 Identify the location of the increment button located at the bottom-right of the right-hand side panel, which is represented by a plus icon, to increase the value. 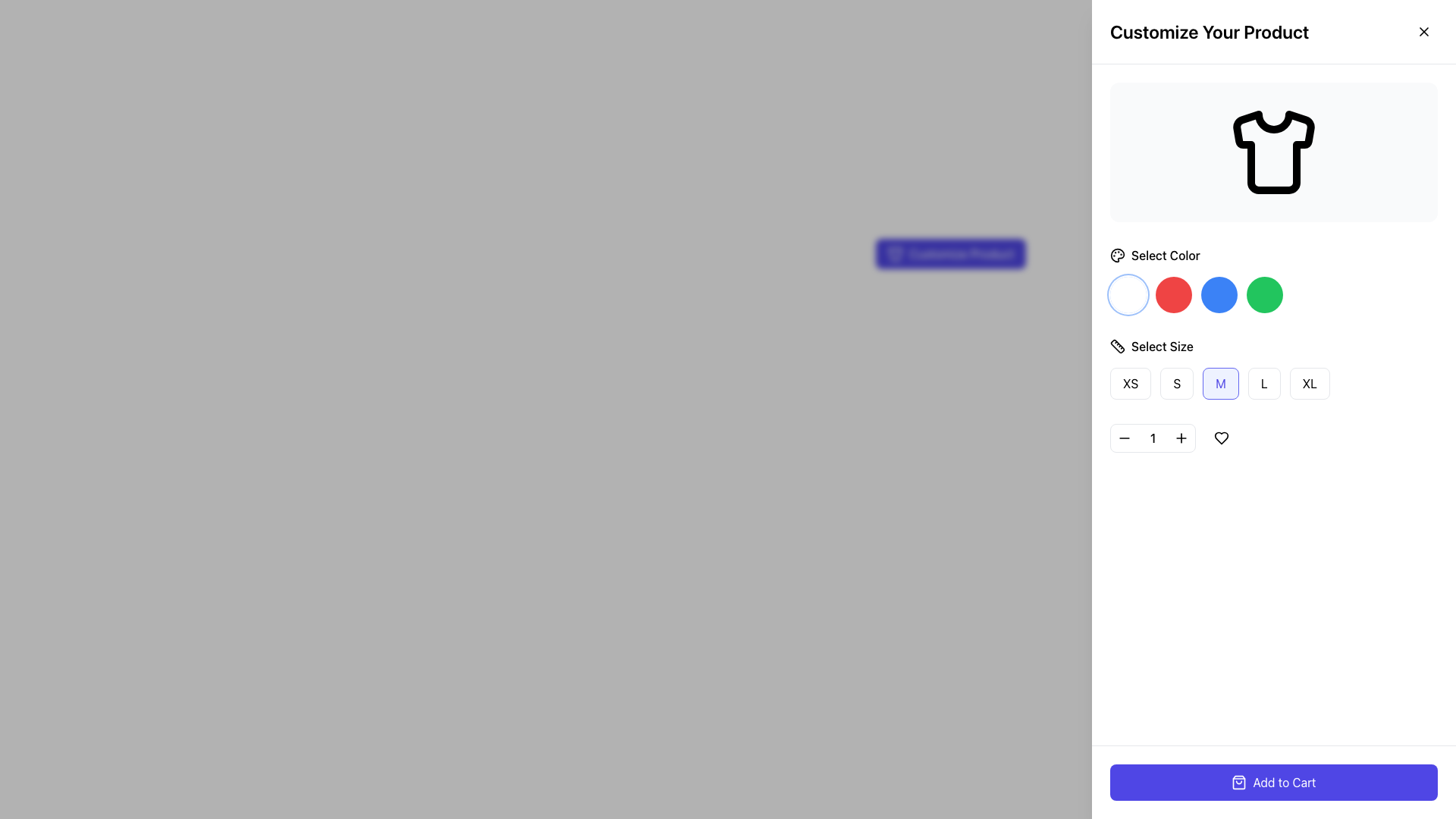
(1181, 438).